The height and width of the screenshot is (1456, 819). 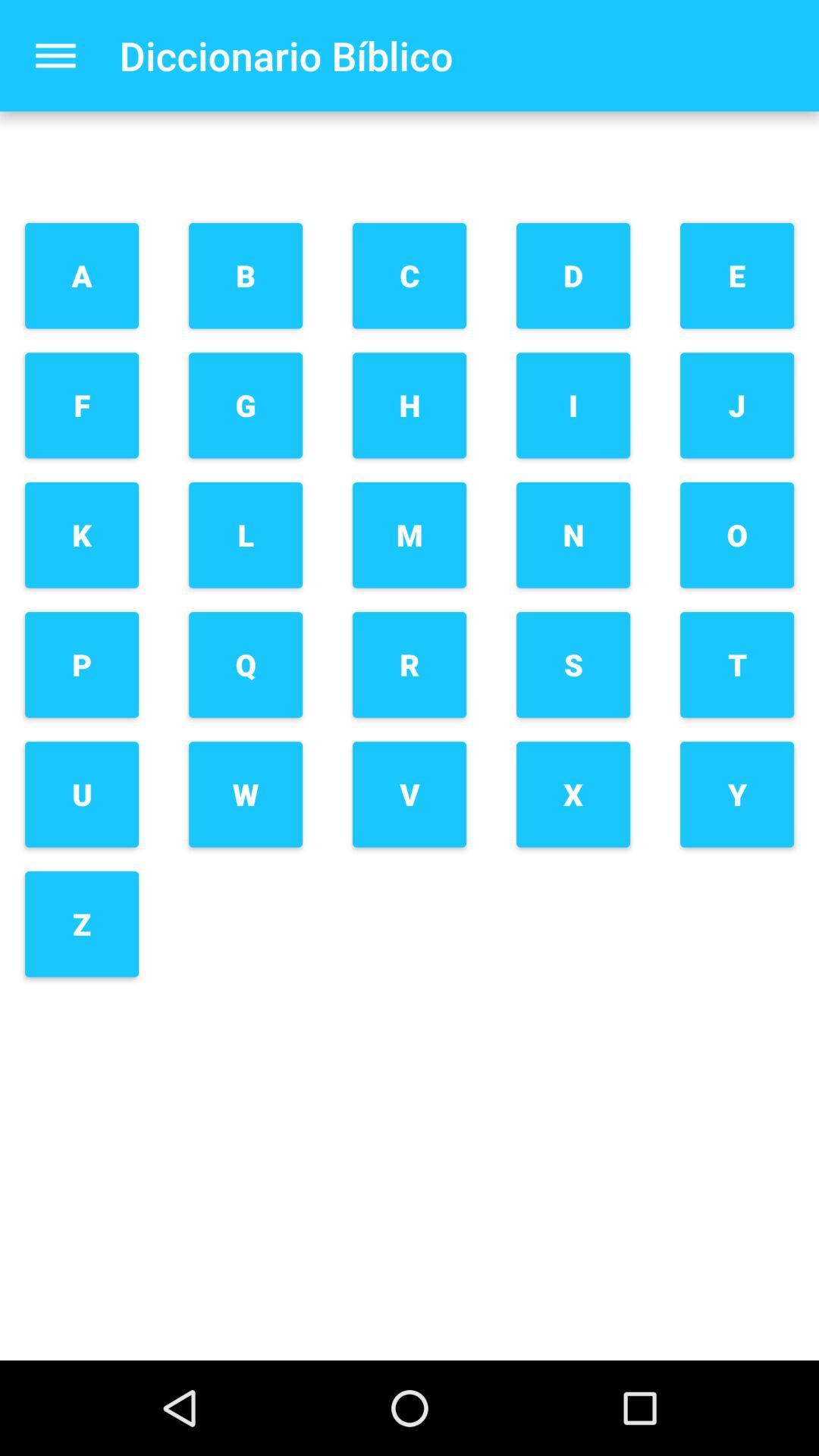 What do you see at coordinates (82, 275) in the screenshot?
I see `the a` at bounding box center [82, 275].